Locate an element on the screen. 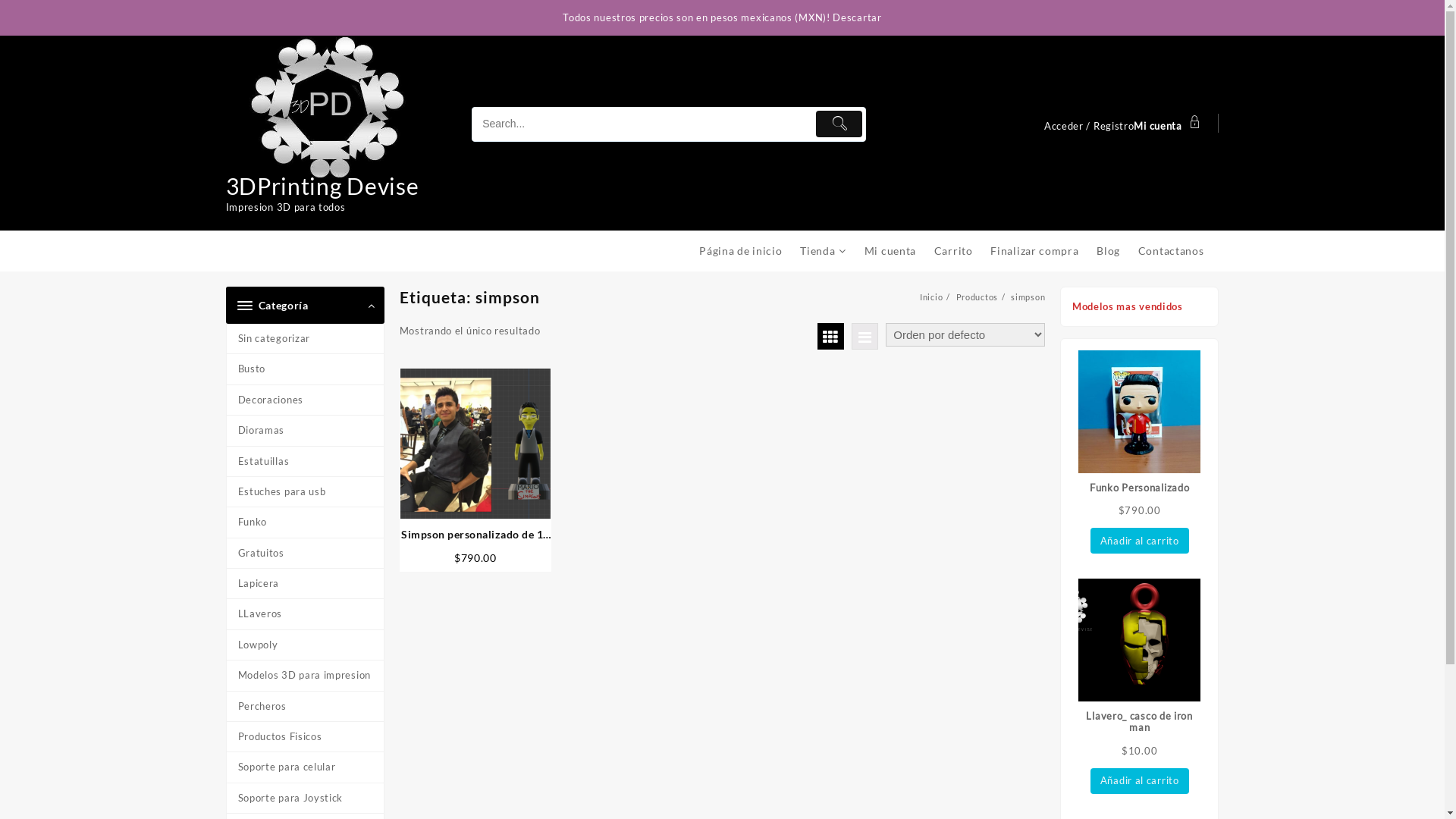 The height and width of the screenshot is (819, 1456). 'Contactanos' is located at coordinates (1178, 249).